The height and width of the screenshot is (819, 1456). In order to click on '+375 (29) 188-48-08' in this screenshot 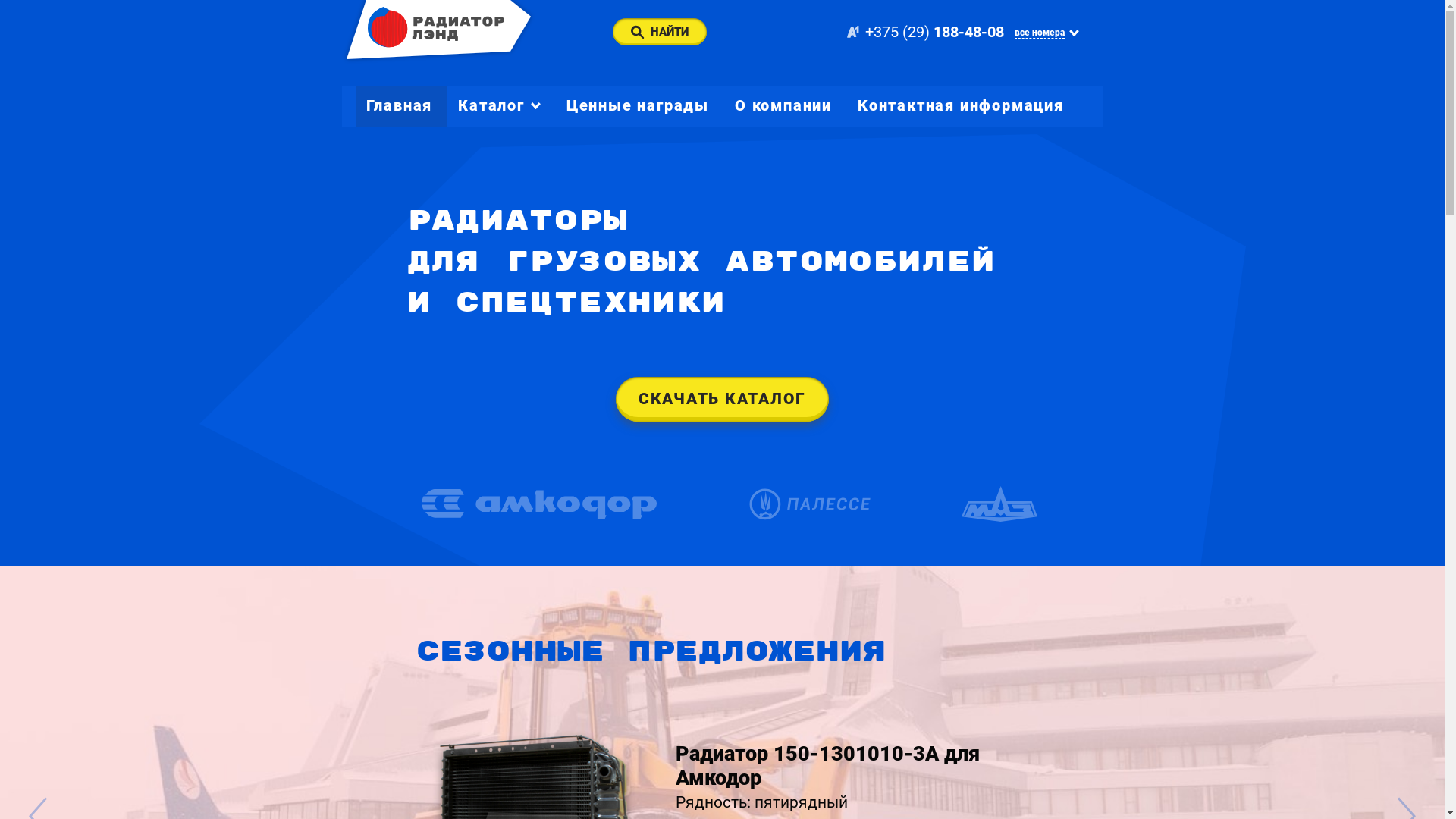, I will do `click(846, 32)`.